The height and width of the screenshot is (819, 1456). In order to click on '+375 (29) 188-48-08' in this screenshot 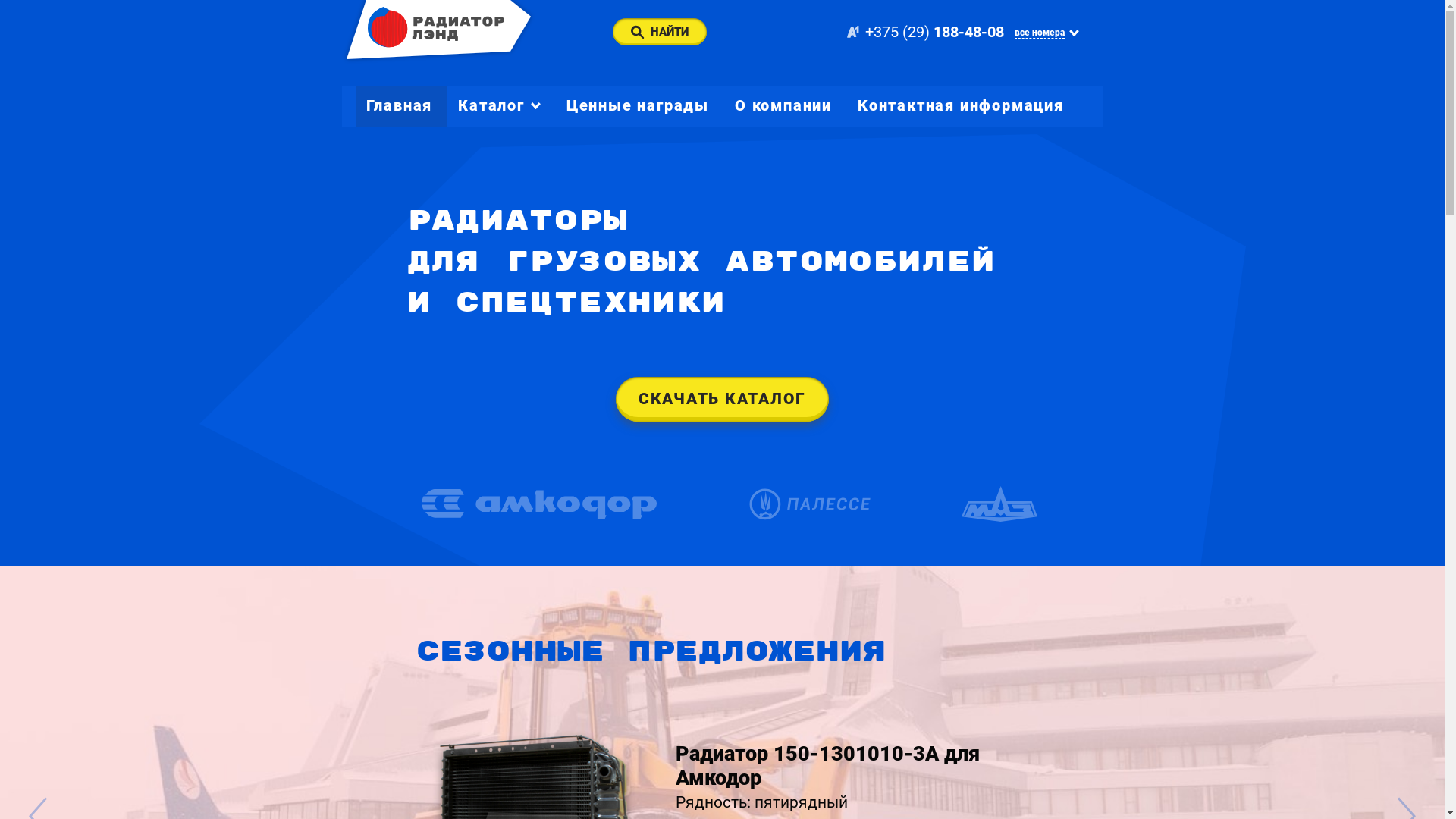, I will do `click(846, 32)`.